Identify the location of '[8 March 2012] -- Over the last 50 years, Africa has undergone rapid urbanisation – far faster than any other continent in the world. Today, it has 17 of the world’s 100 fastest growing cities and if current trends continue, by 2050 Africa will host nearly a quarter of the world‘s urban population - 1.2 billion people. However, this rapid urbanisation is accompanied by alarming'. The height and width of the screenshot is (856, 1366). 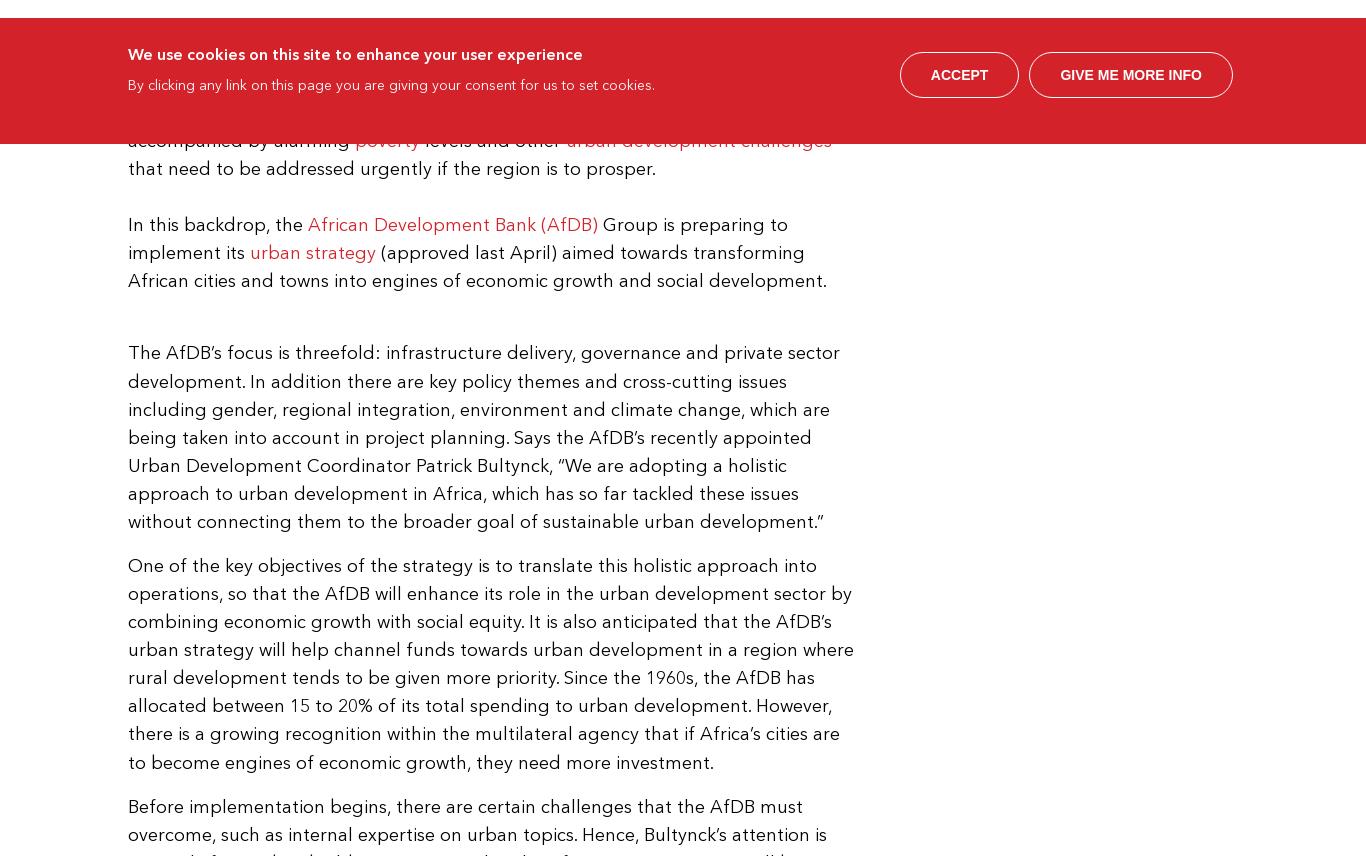
(492, 83).